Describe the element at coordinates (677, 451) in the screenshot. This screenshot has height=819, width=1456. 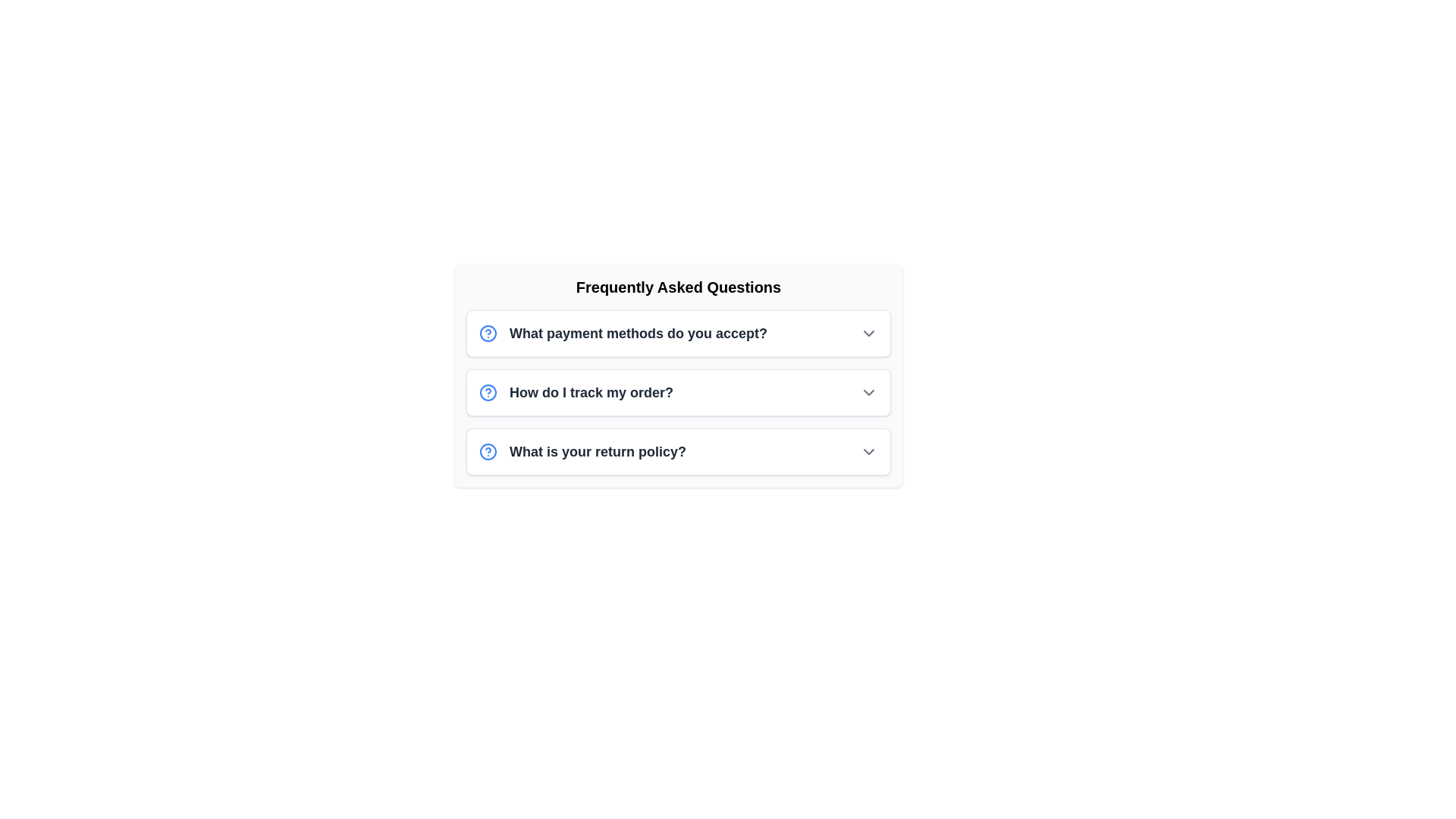
I see `the expandable list item that reads 'What is your return policy?' located in the Frequently Asked Questions section` at that location.